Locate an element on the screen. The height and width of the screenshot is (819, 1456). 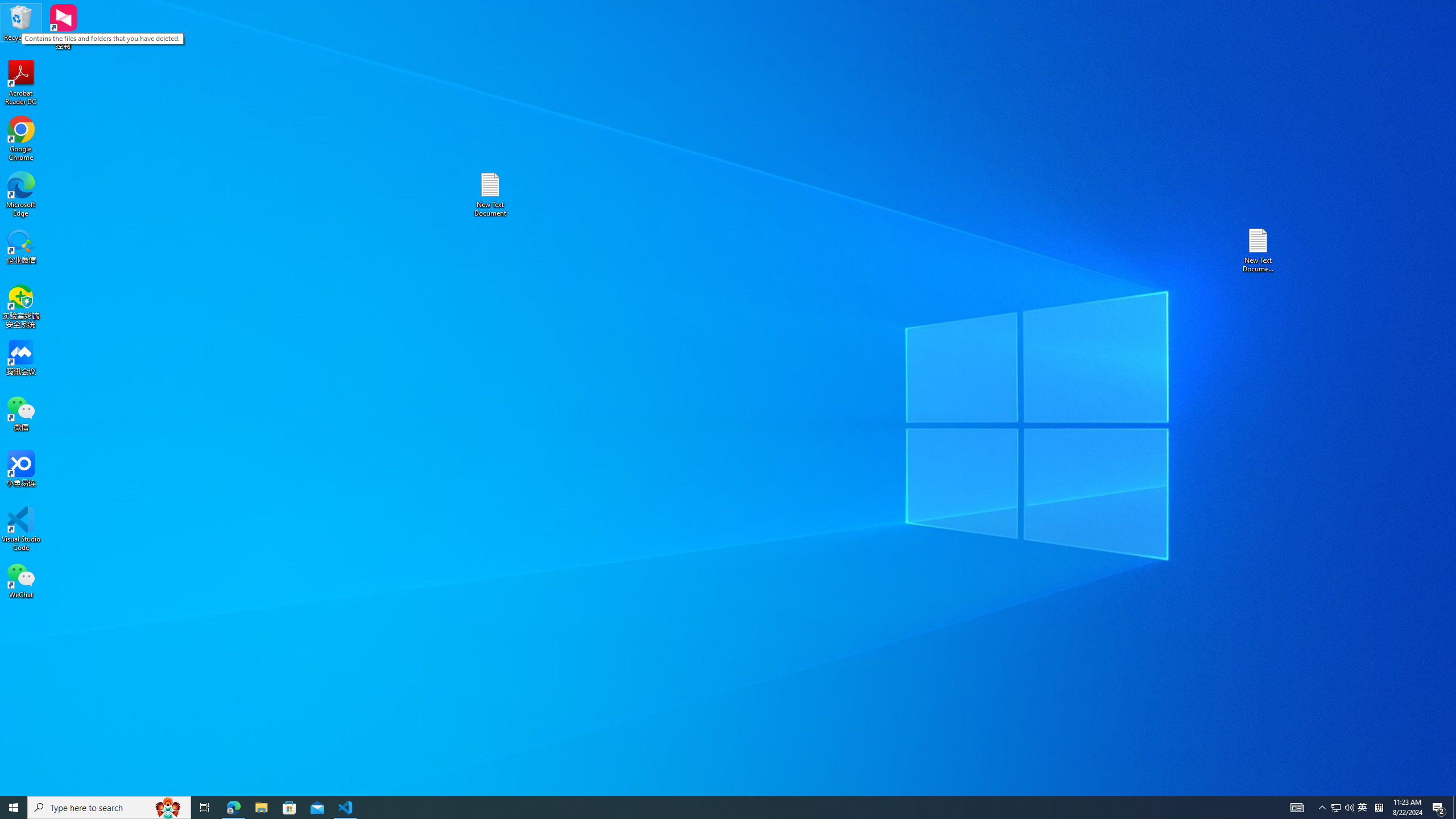
'Acrobat Reader DC' is located at coordinates (20, 82).